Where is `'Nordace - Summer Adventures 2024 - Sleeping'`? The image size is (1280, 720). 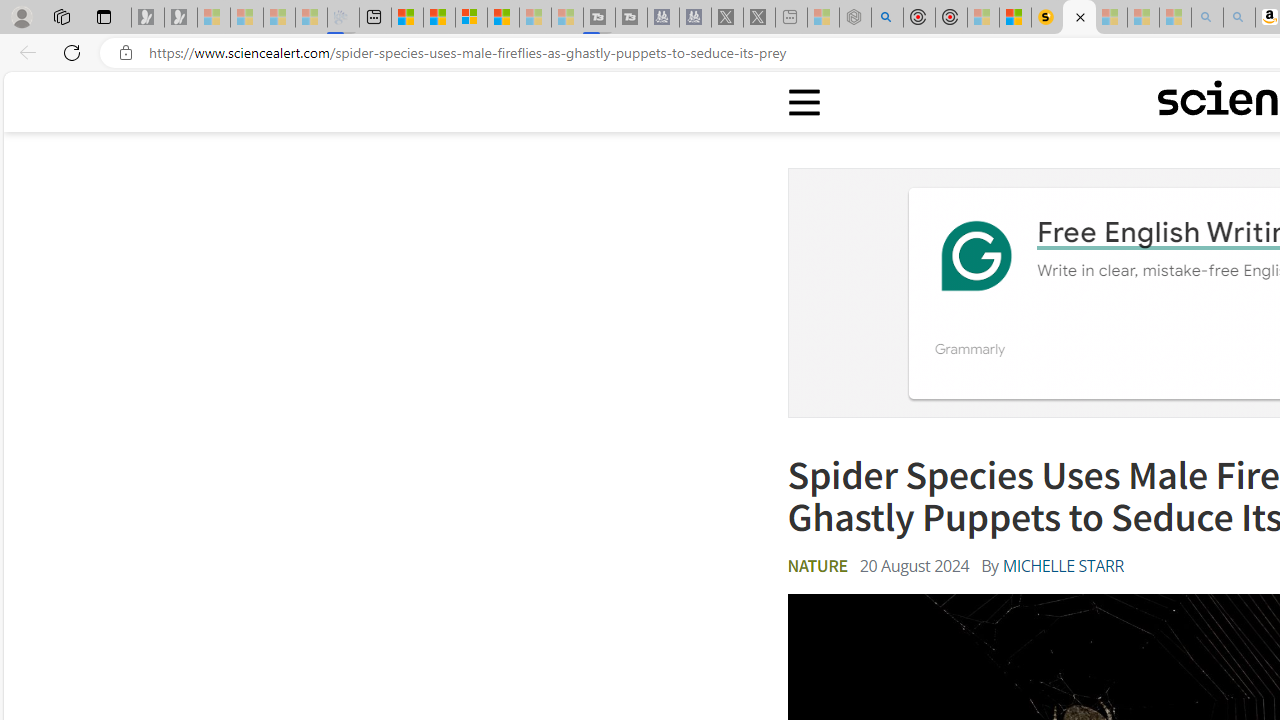 'Nordace - Summer Adventures 2024 - Sleeping' is located at coordinates (855, 17).